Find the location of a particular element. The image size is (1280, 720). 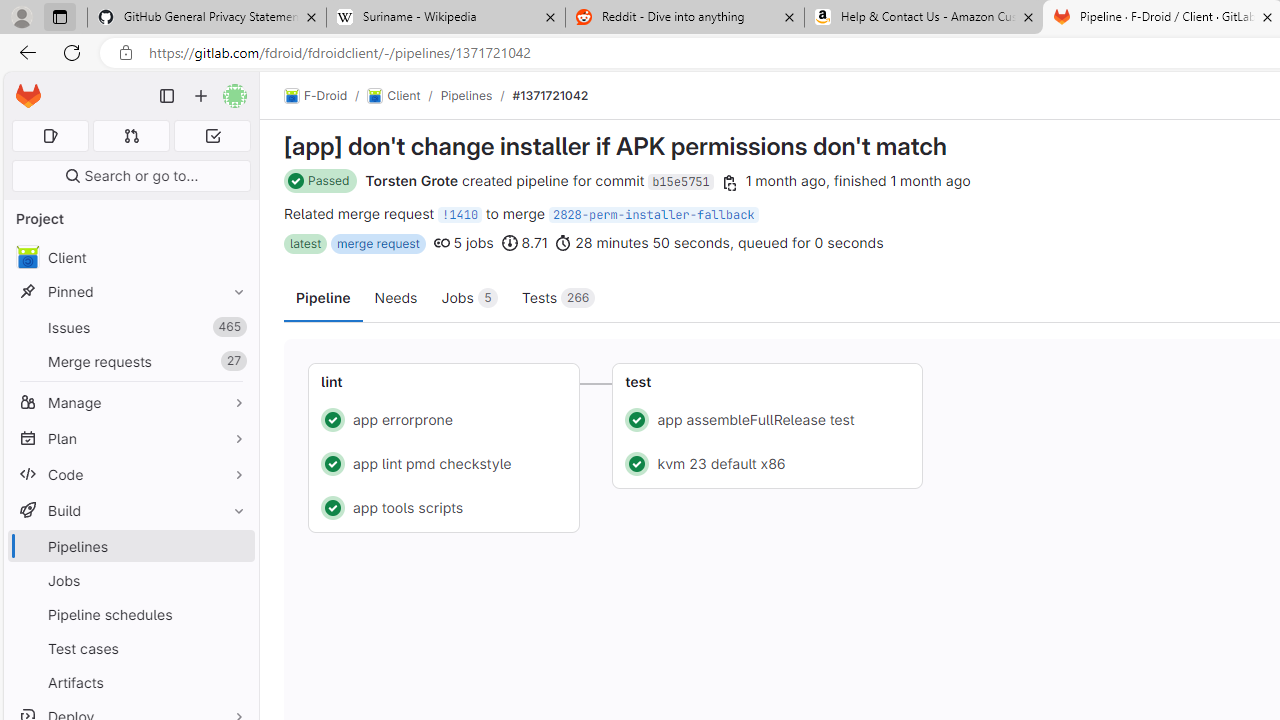

'Plan' is located at coordinates (130, 437).